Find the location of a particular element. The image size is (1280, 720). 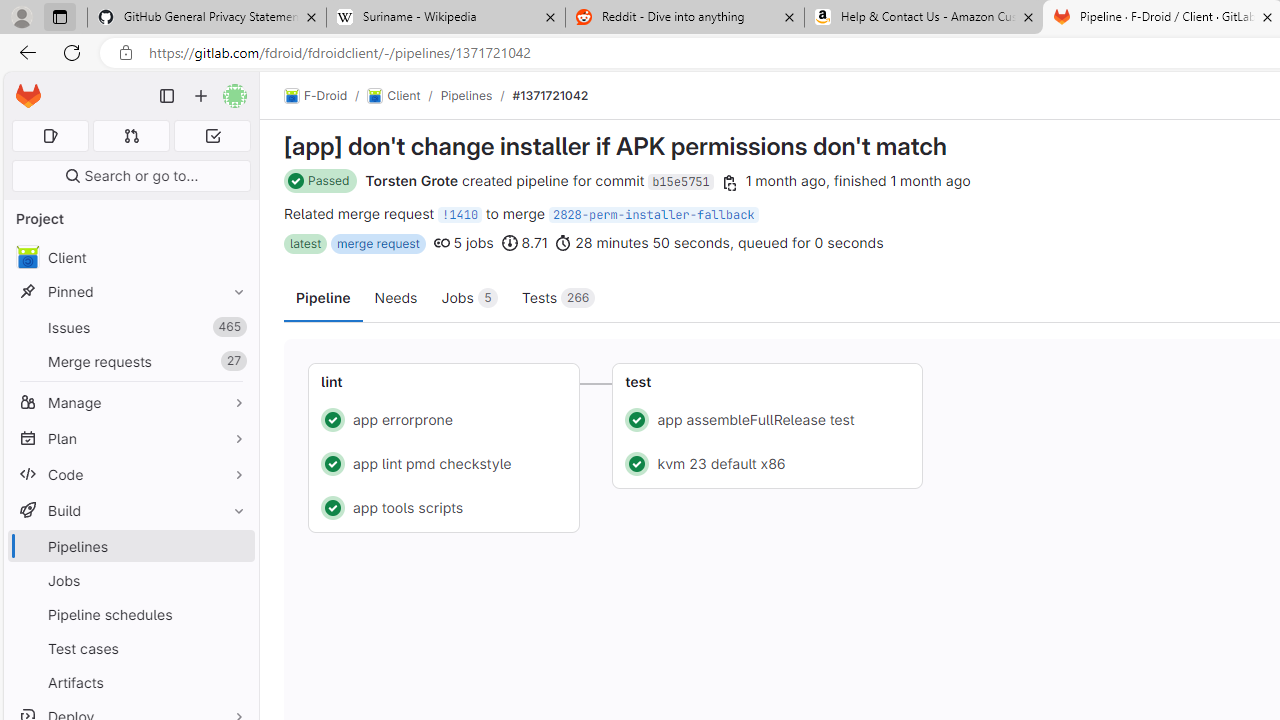

'Plan' is located at coordinates (130, 437).